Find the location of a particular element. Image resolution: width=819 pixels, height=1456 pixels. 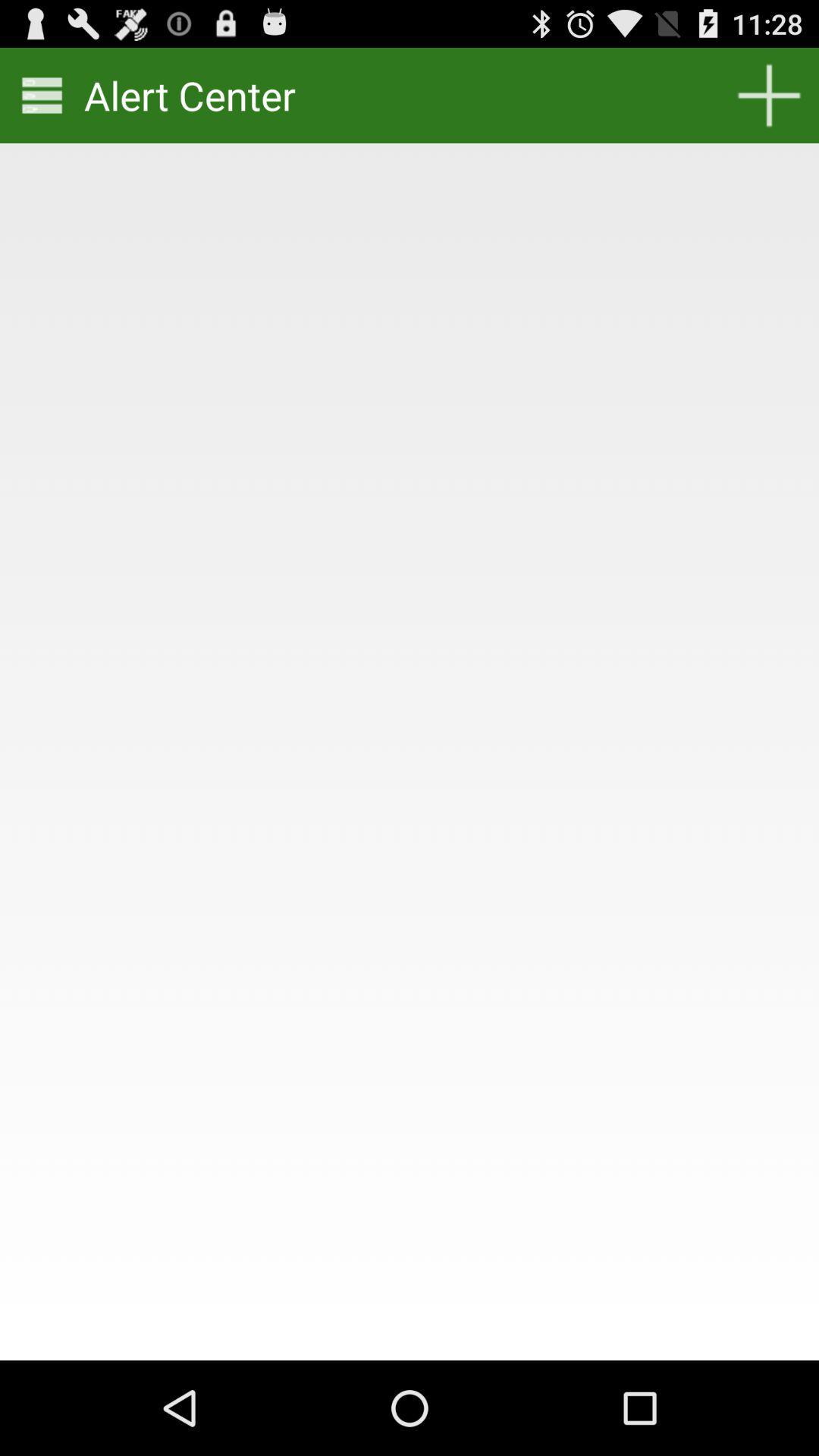

icon at the center is located at coordinates (409, 767).